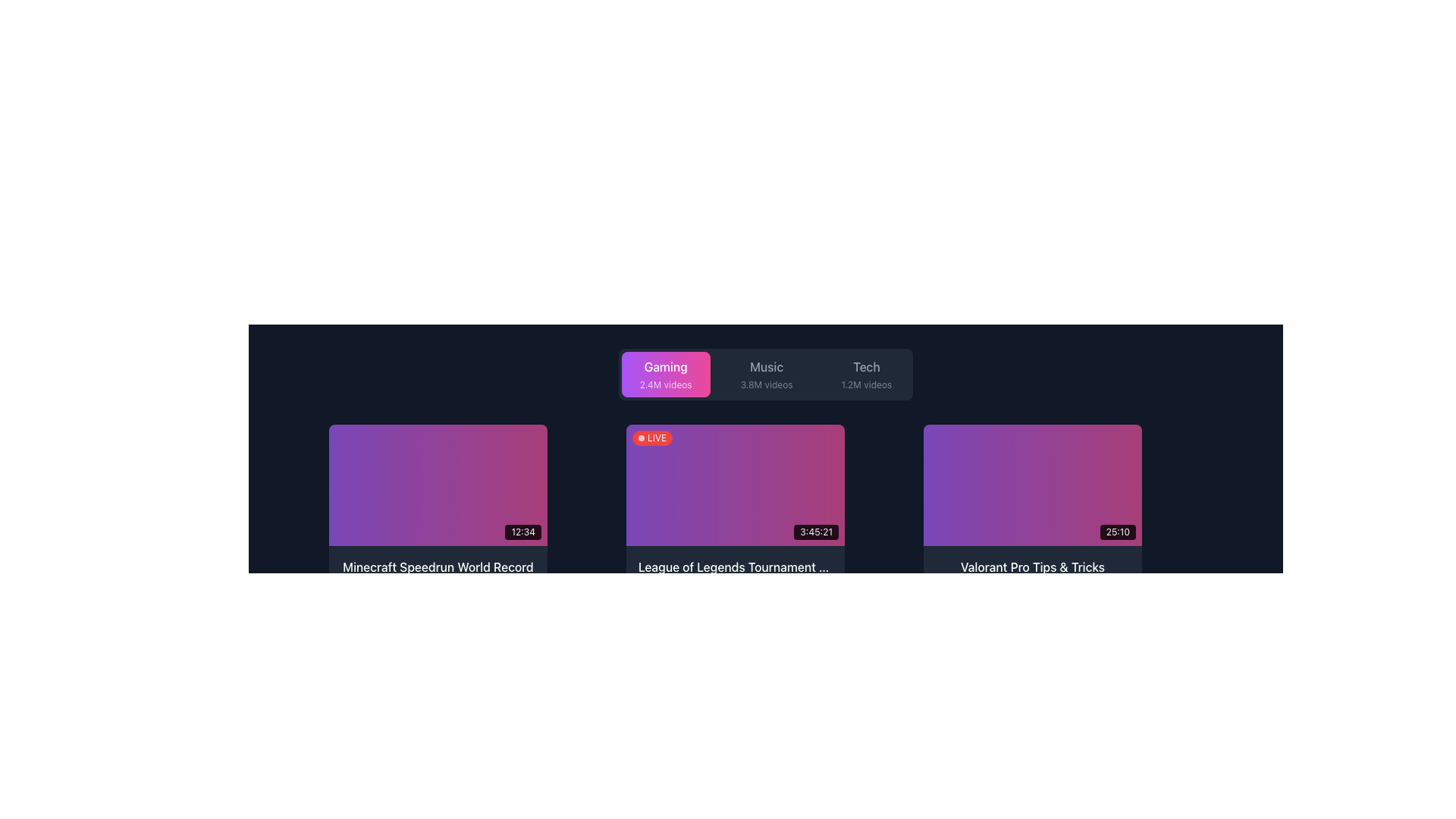 The image size is (1456, 819). I want to click on text from the Text Label displaying 'Minecraft Speedrun World Record' positioned below the video thumbnail's timestamp, so click(437, 578).